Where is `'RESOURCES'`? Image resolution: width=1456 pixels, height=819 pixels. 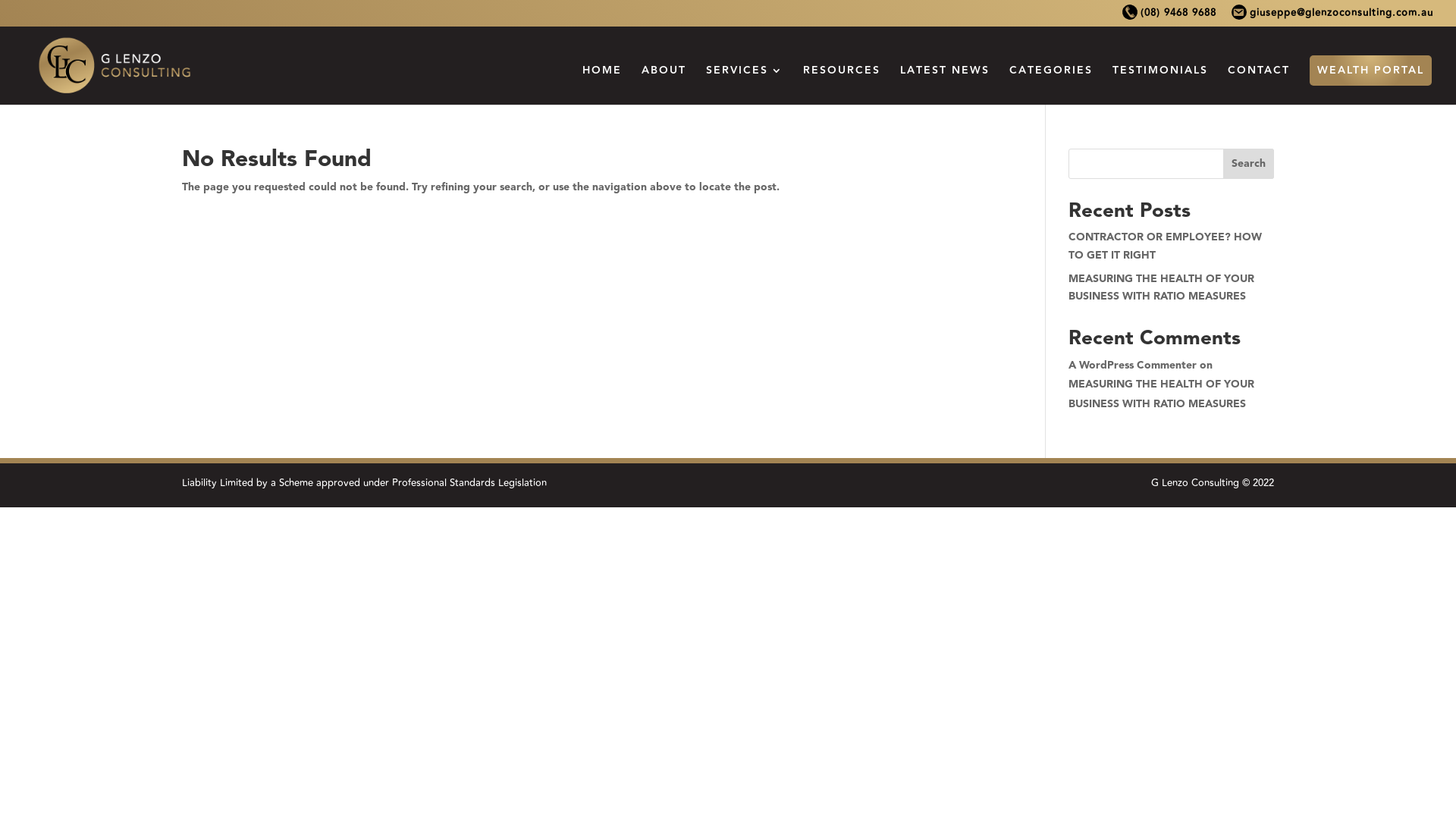
'RESOURCES' is located at coordinates (840, 84).